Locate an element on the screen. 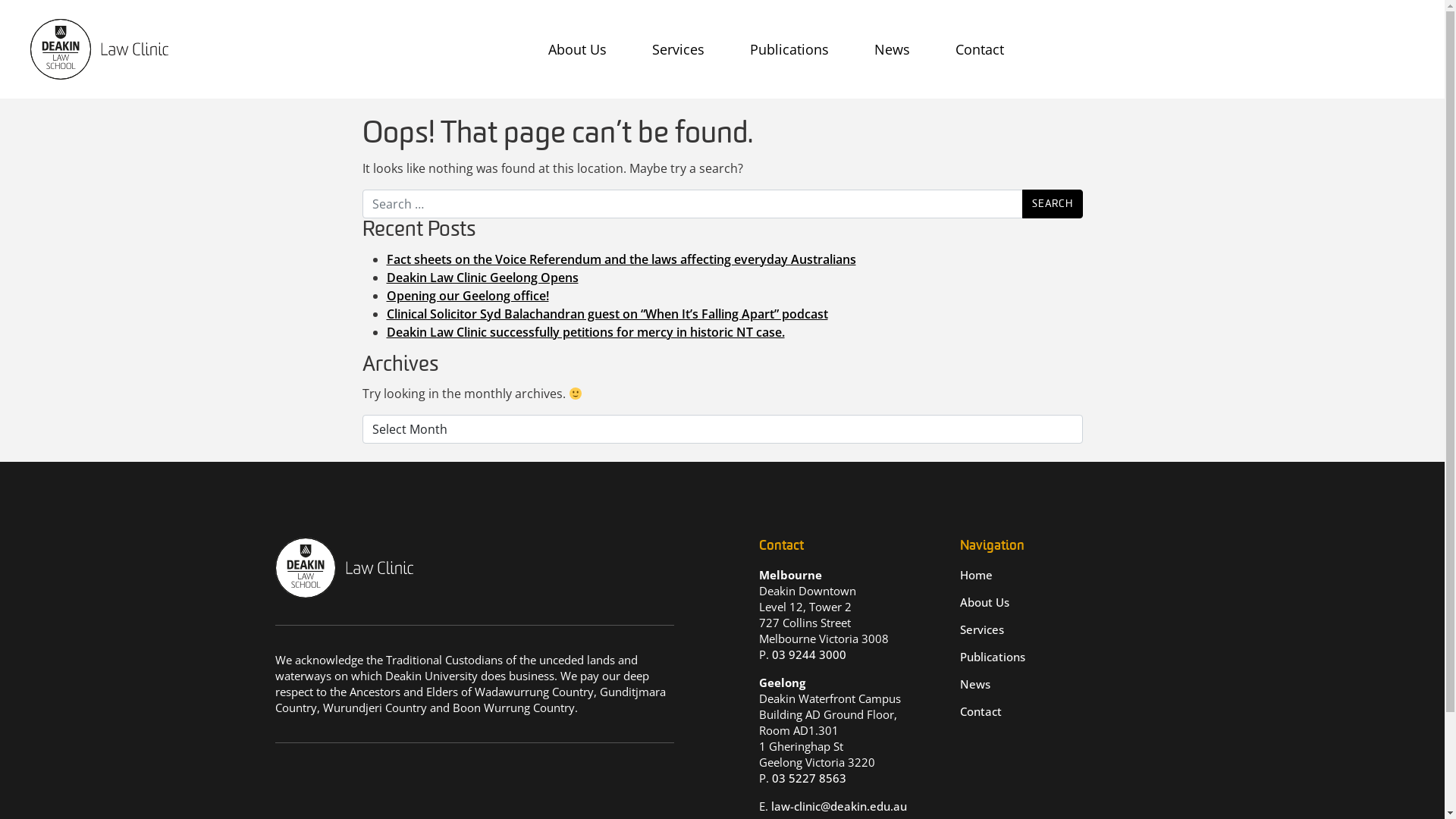 Image resolution: width=1456 pixels, height=819 pixels. 'About Us' is located at coordinates (541, 49).